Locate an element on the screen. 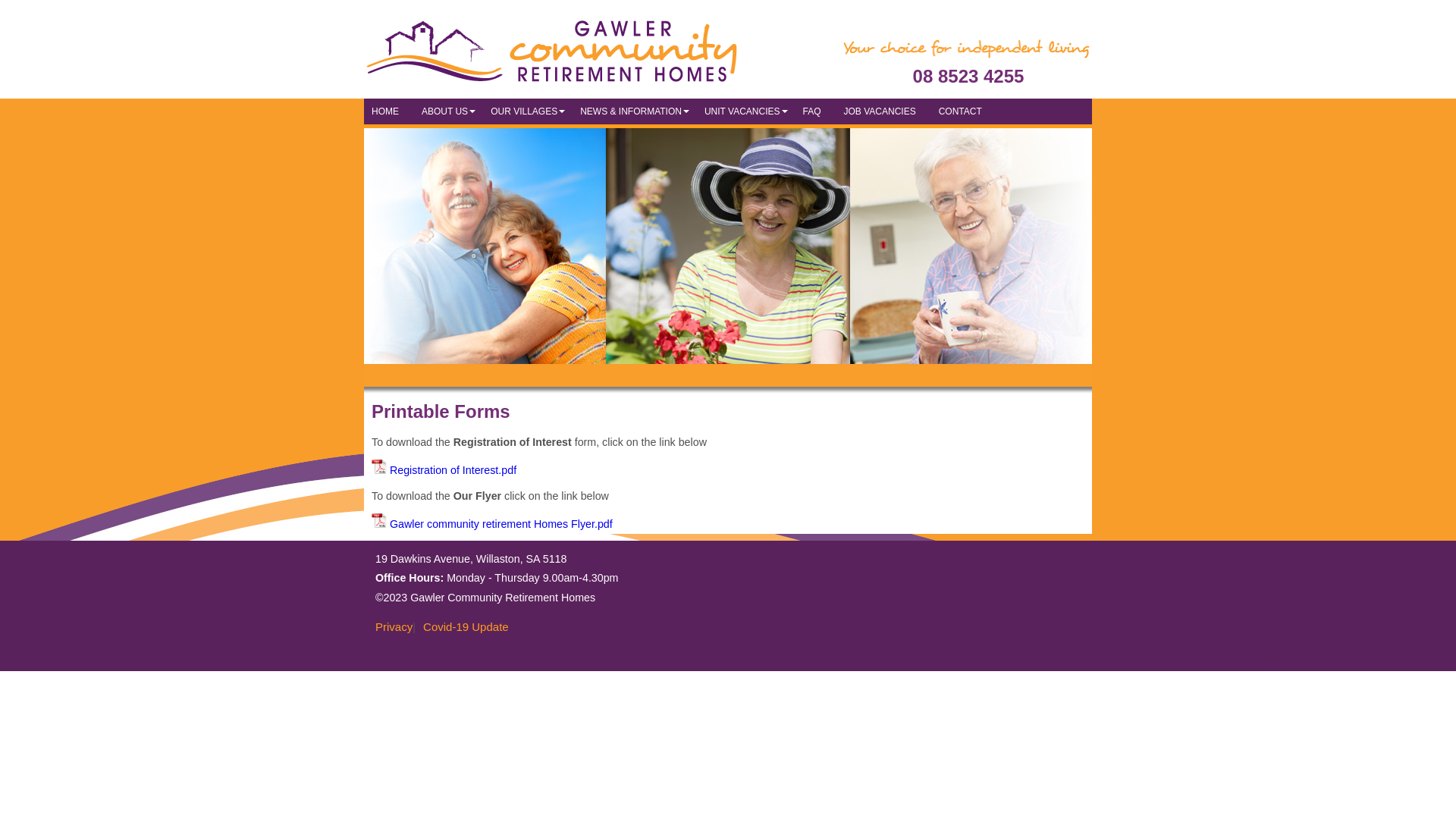 This screenshot has width=1456, height=819. 'Covid-19 Update' is located at coordinates (461, 626).